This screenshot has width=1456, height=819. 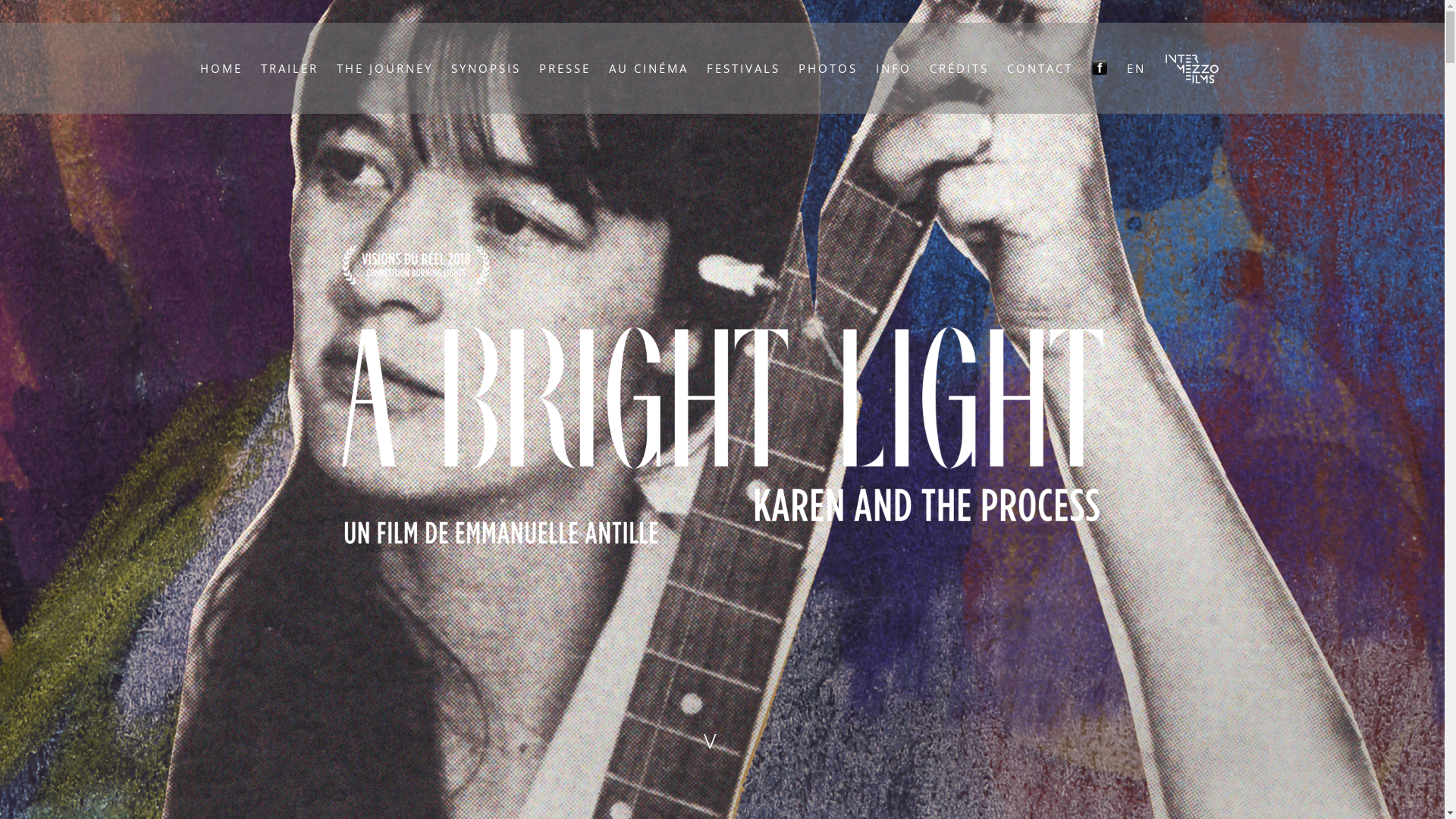 I want to click on 'THE JOURNEY', so click(x=384, y=67).